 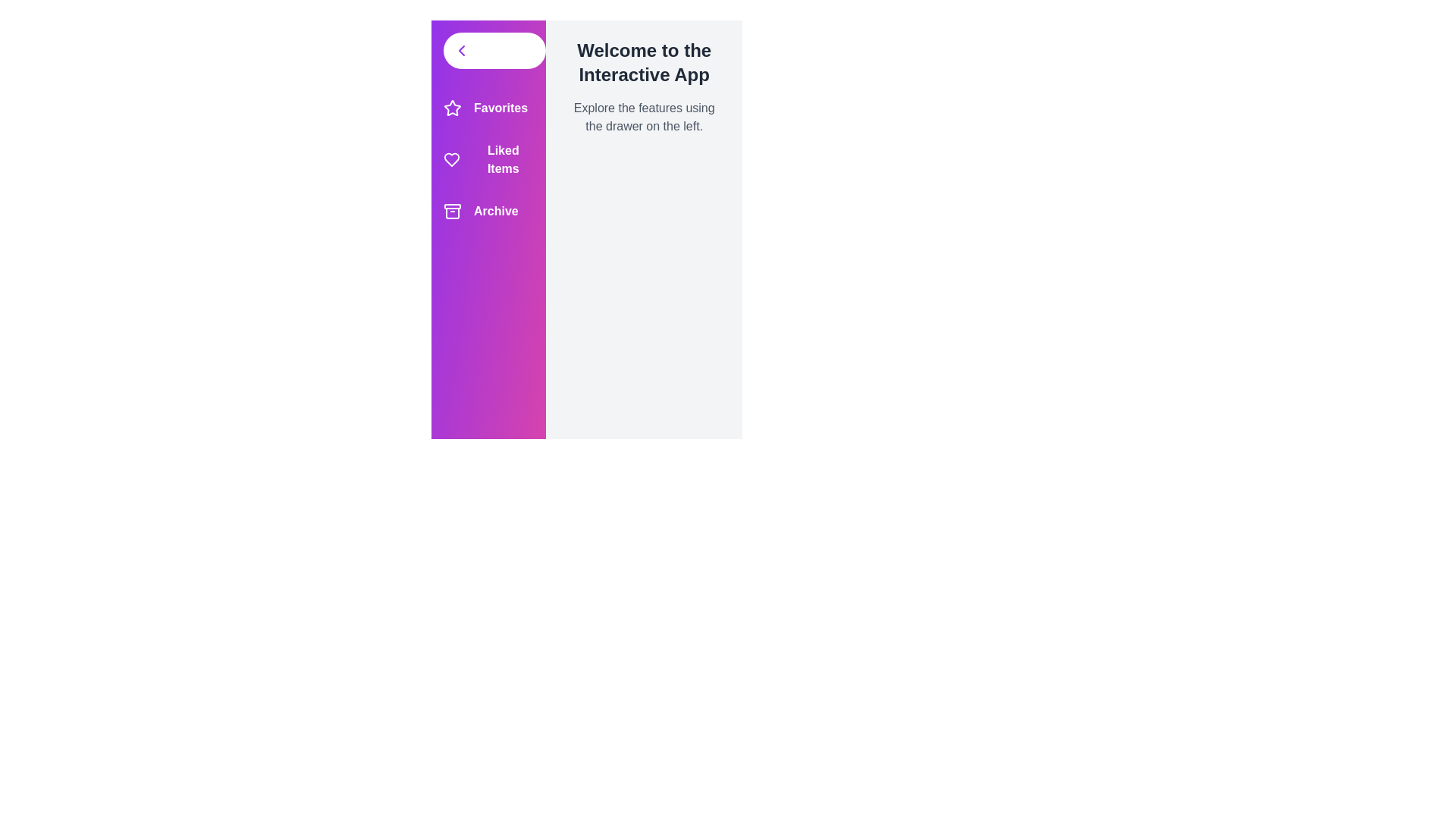 What do you see at coordinates (488, 160) in the screenshot?
I see `the 'Liked Items' menu item in the drawer` at bounding box center [488, 160].